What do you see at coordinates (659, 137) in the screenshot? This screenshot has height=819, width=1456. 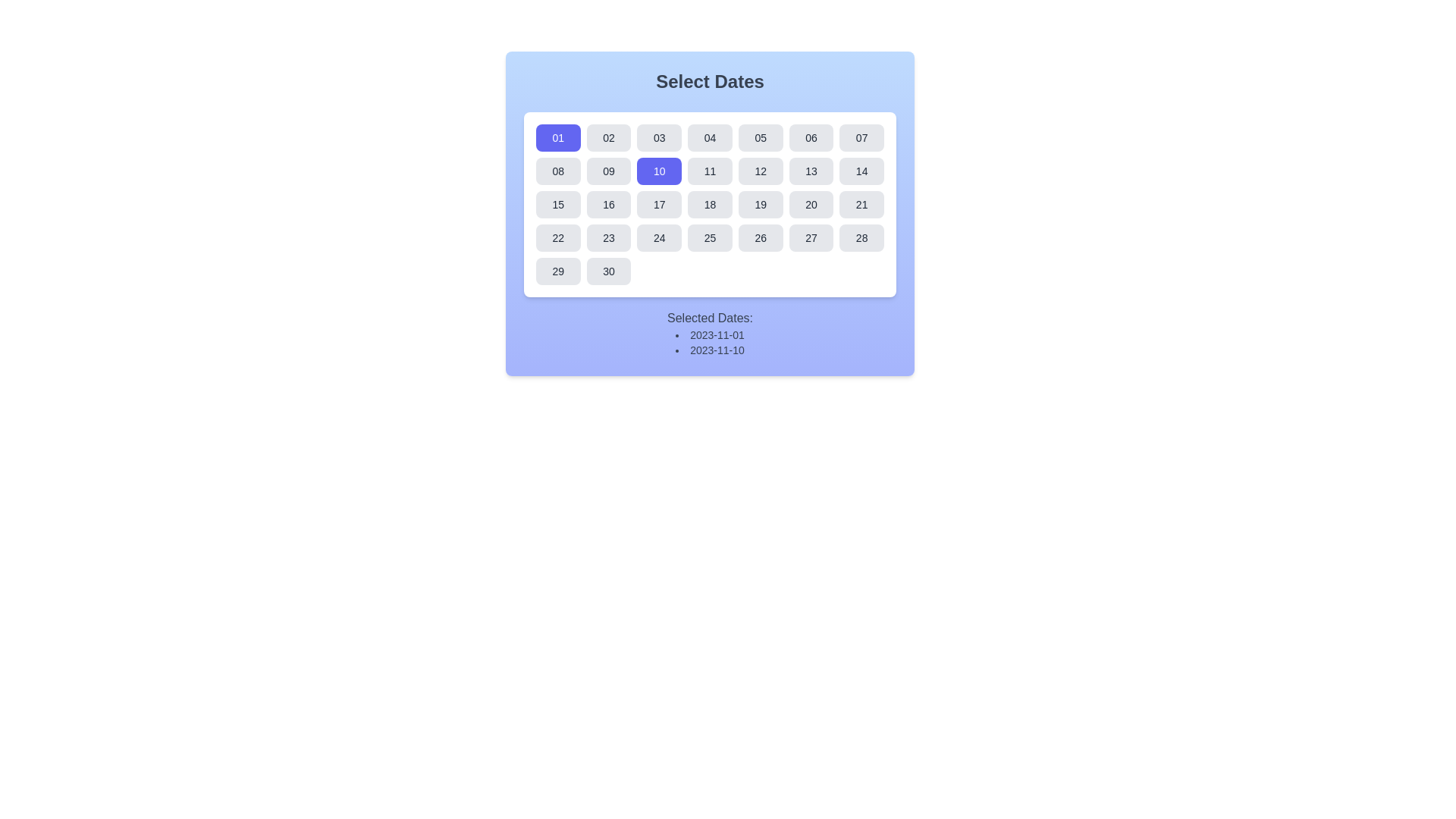 I see `the selectable date button representing the 3rd day in the calendar interface via keyboard navigation` at bounding box center [659, 137].